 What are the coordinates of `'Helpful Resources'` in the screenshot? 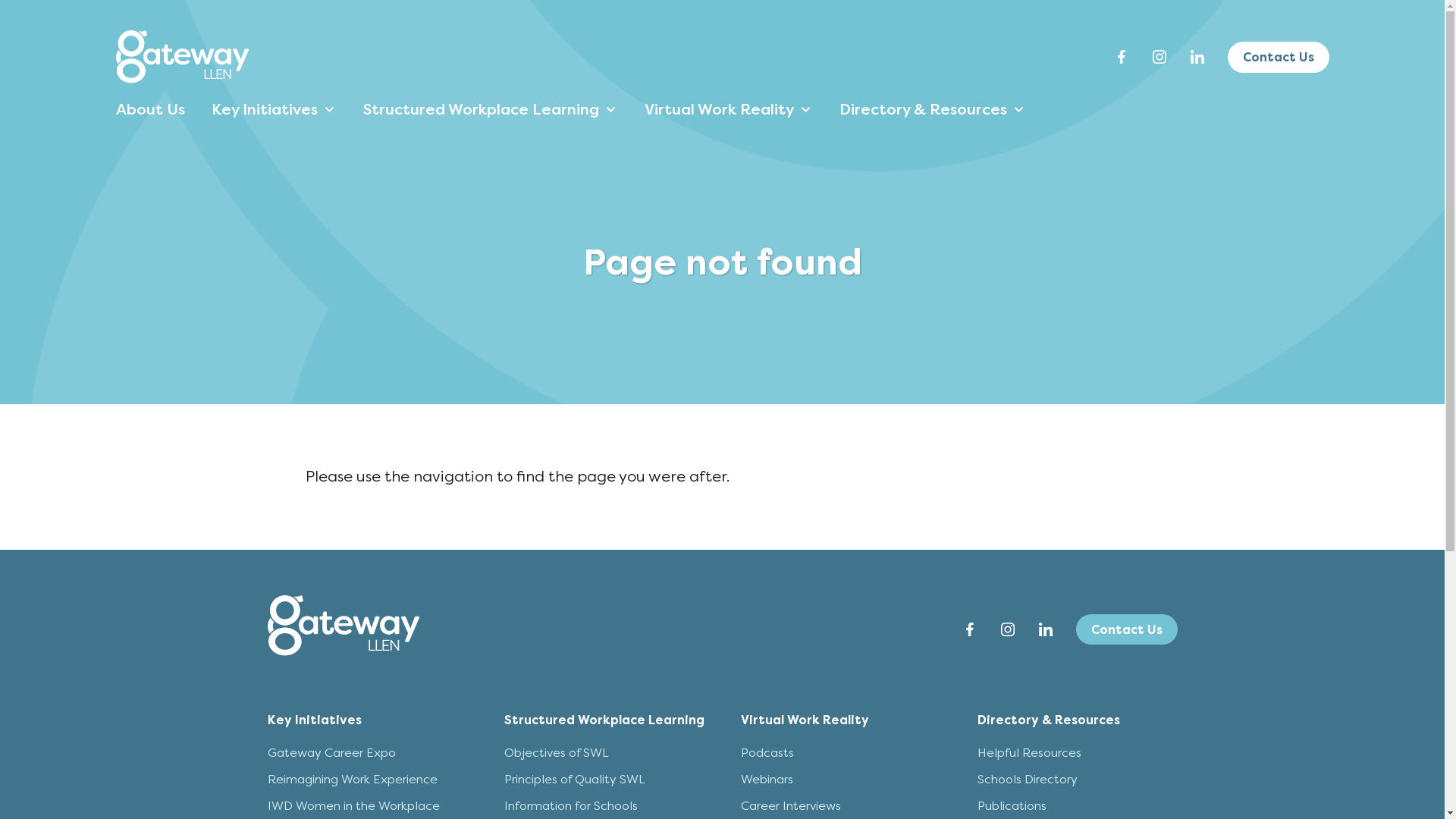 It's located at (976, 752).